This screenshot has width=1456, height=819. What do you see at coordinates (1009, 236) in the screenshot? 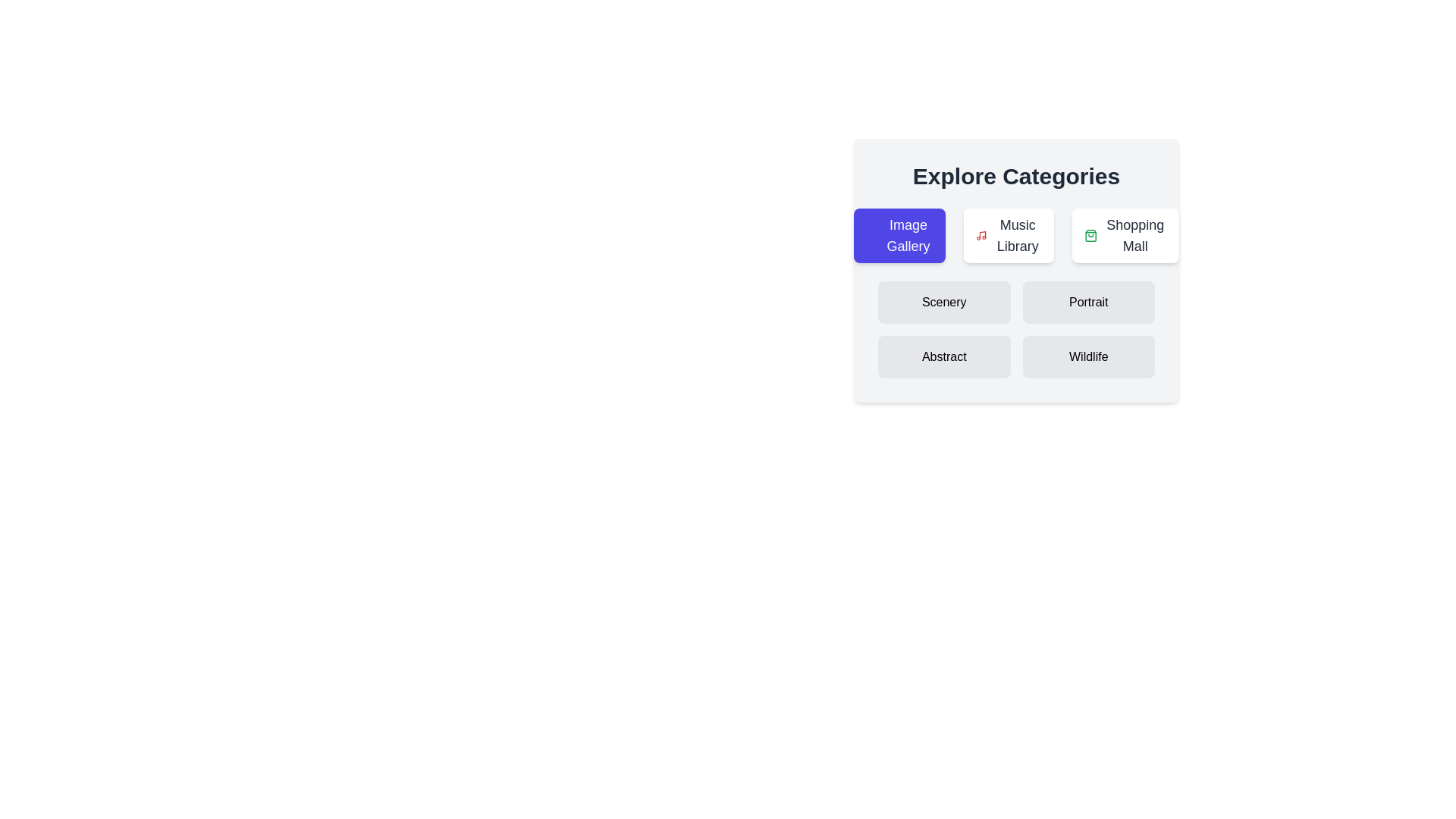
I see `the 'Music Library' button, which is the second button in the 'Explore Categories' section` at bounding box center [1009, 236].